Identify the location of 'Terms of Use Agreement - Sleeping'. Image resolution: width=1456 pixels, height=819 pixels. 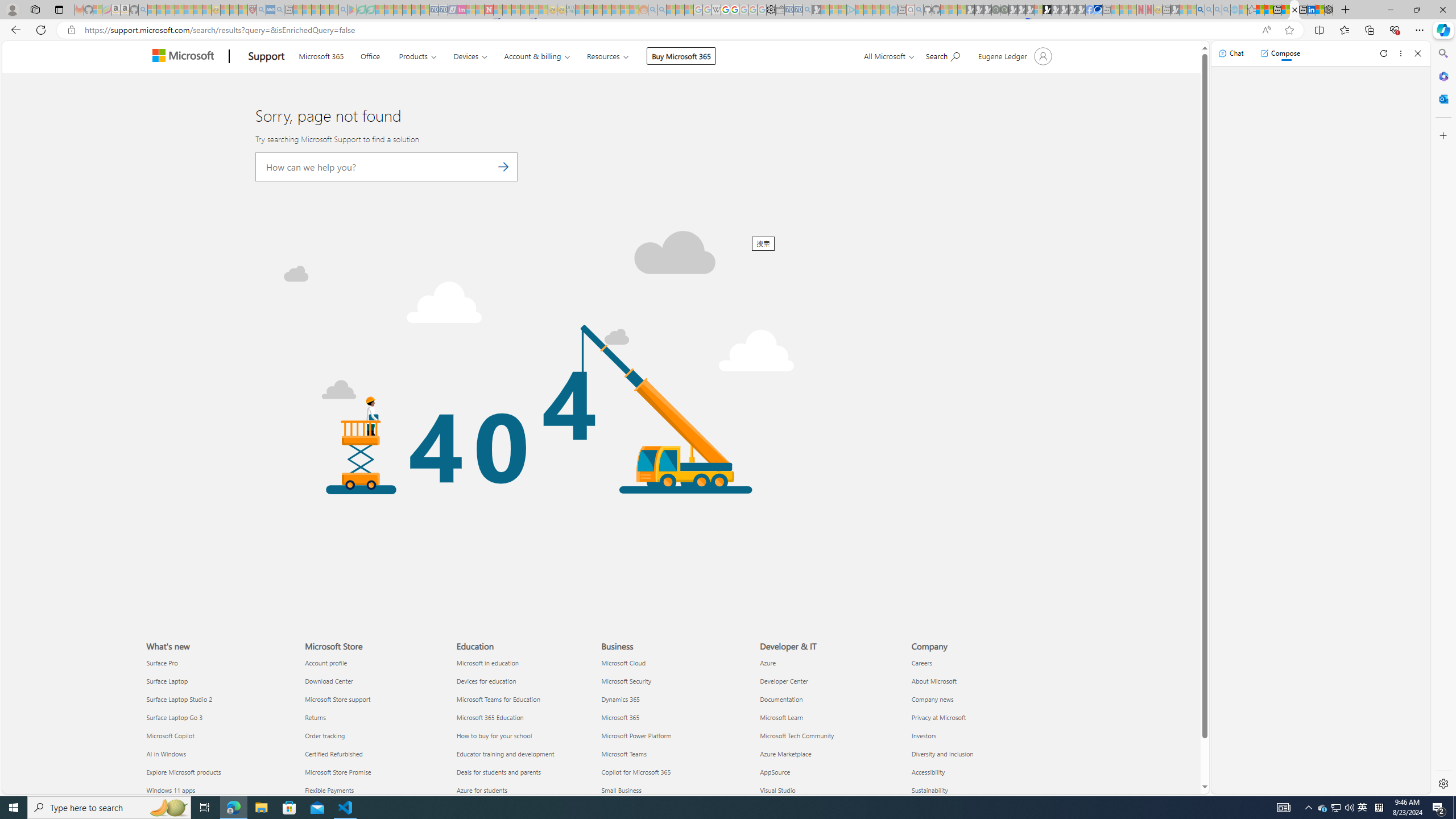
(361, 9).